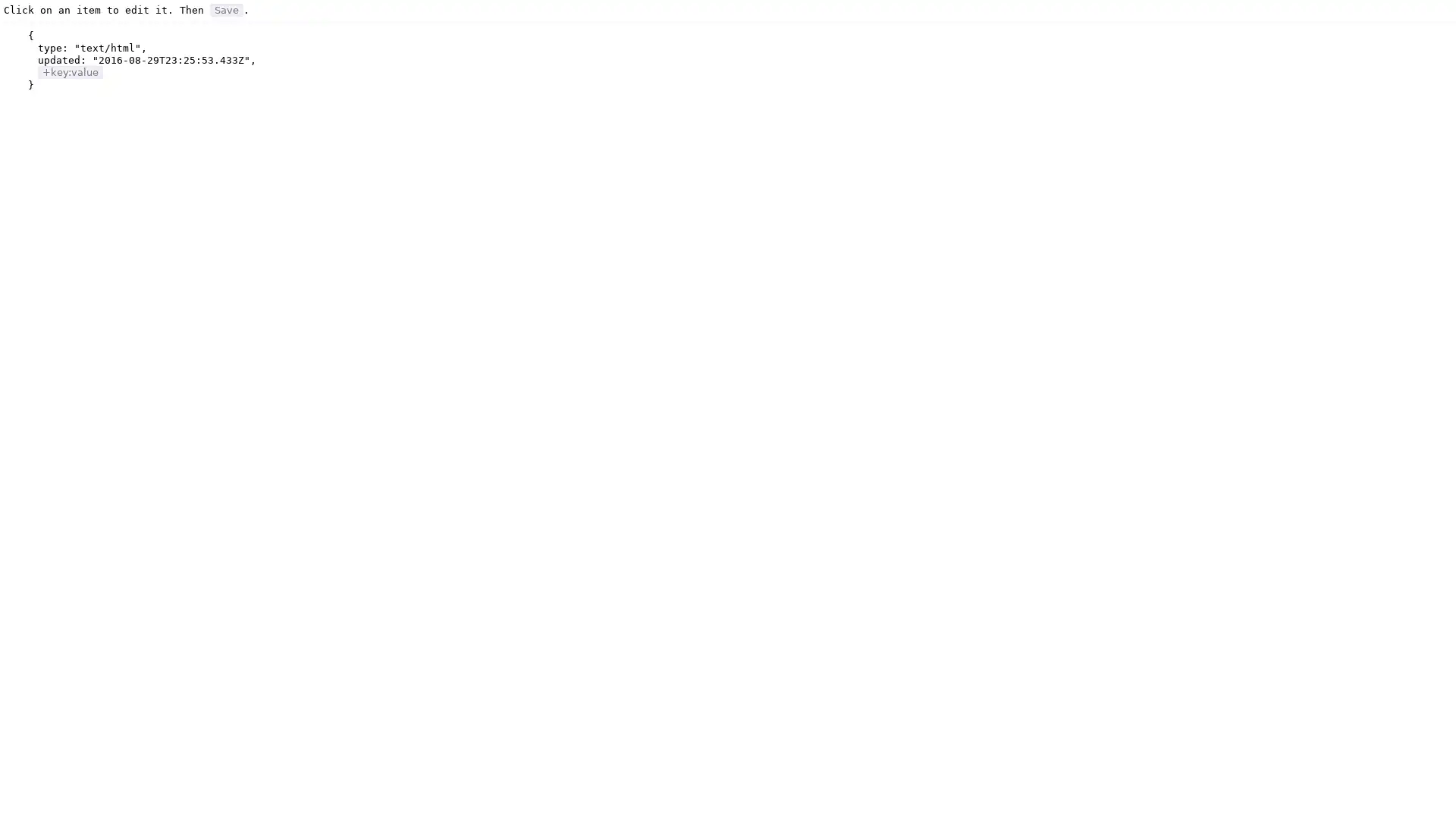  What do you see at coordinates (69, 72) in the screenshot?
I see `+key:value` at bounding box center [69, 72].